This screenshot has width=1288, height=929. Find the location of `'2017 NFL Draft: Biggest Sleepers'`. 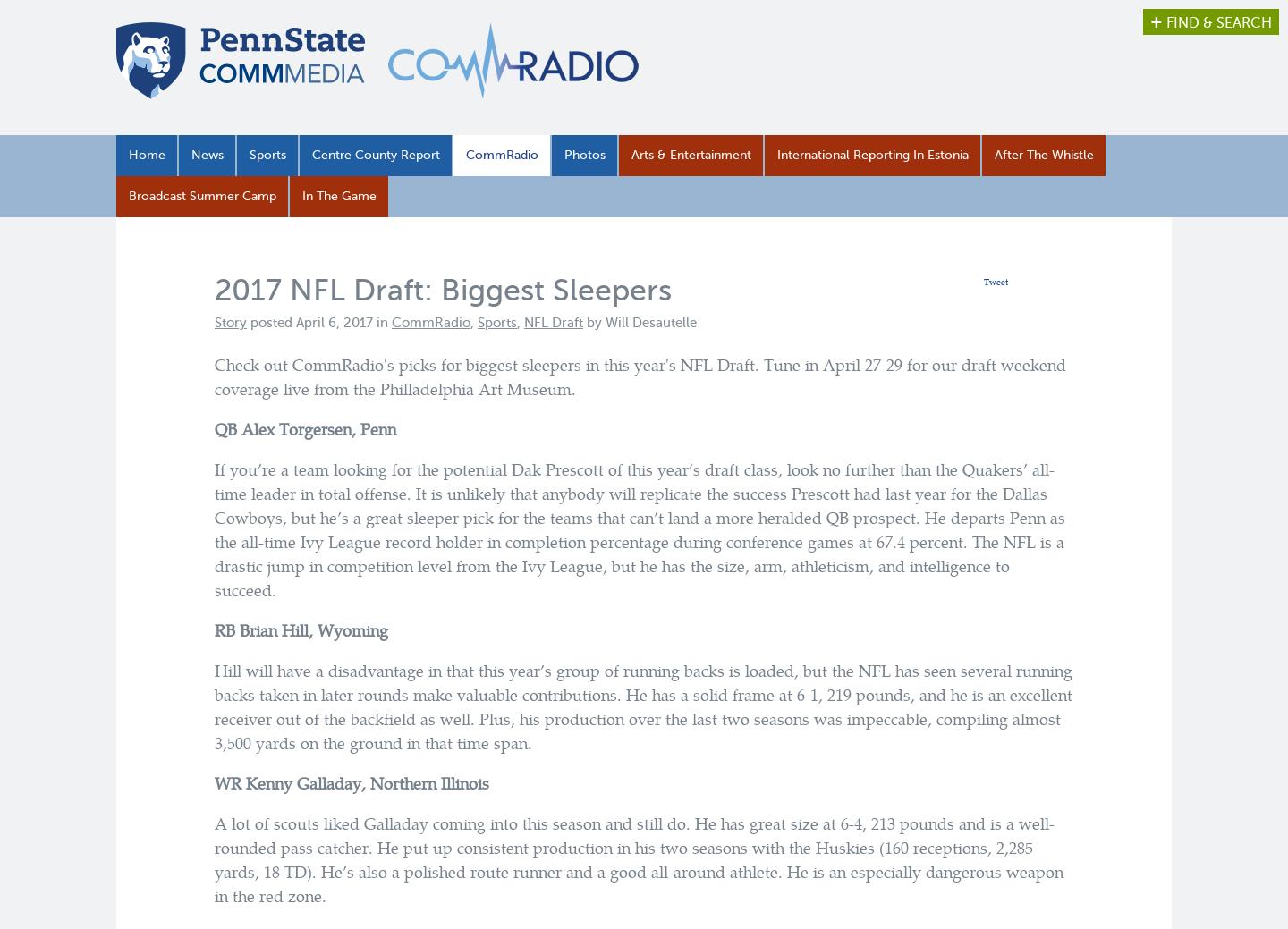

'2017 NFL Draft: Biggest Sleepers' is located at coordinates (442, 290).